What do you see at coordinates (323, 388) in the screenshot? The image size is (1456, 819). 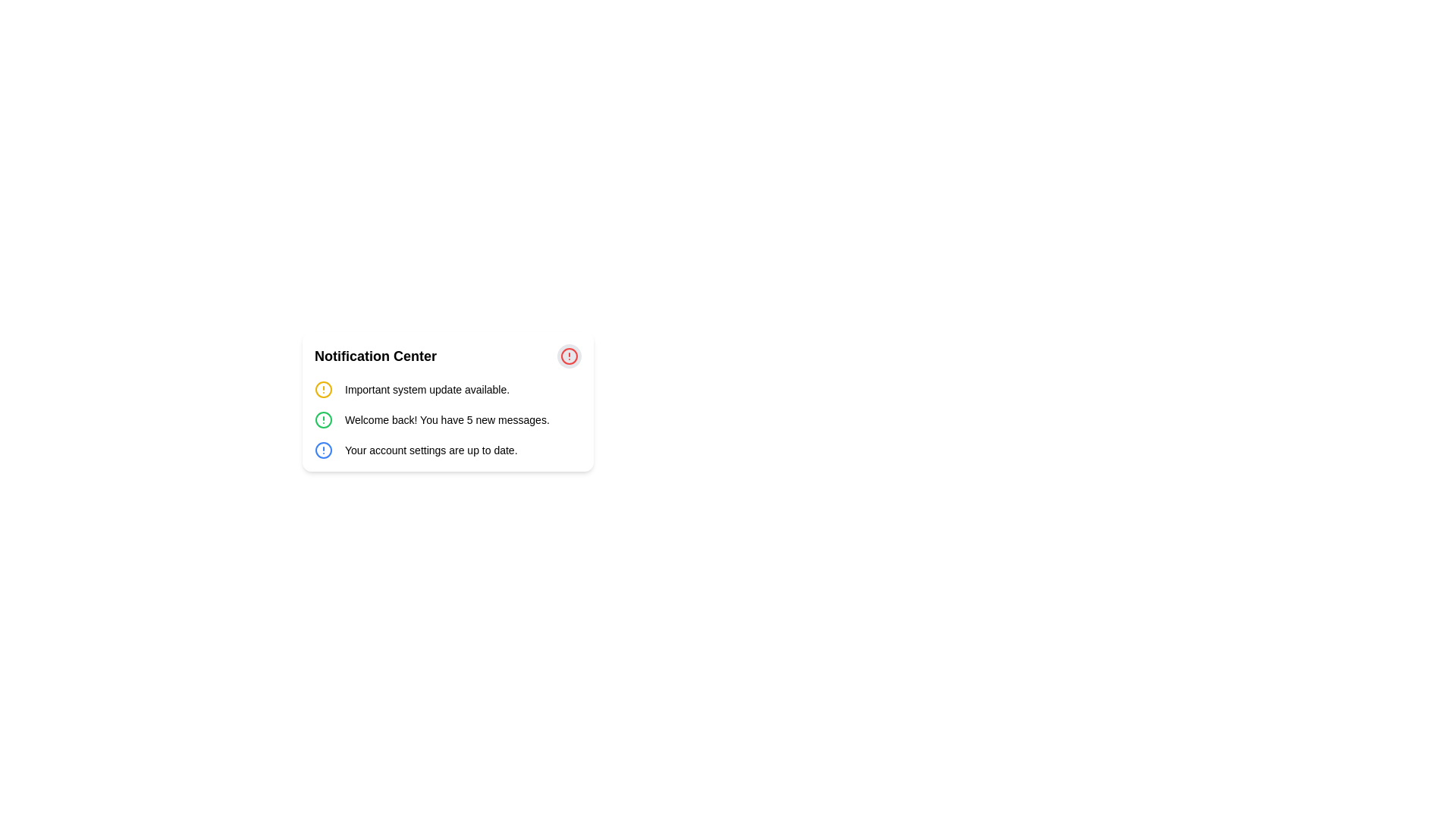 I see `the warning icon that represents an alert message in the Notification Center, which is the leftmost item in the first notification entry aligned with the text 'Important system update available.'` at bounding box center [323, 388].